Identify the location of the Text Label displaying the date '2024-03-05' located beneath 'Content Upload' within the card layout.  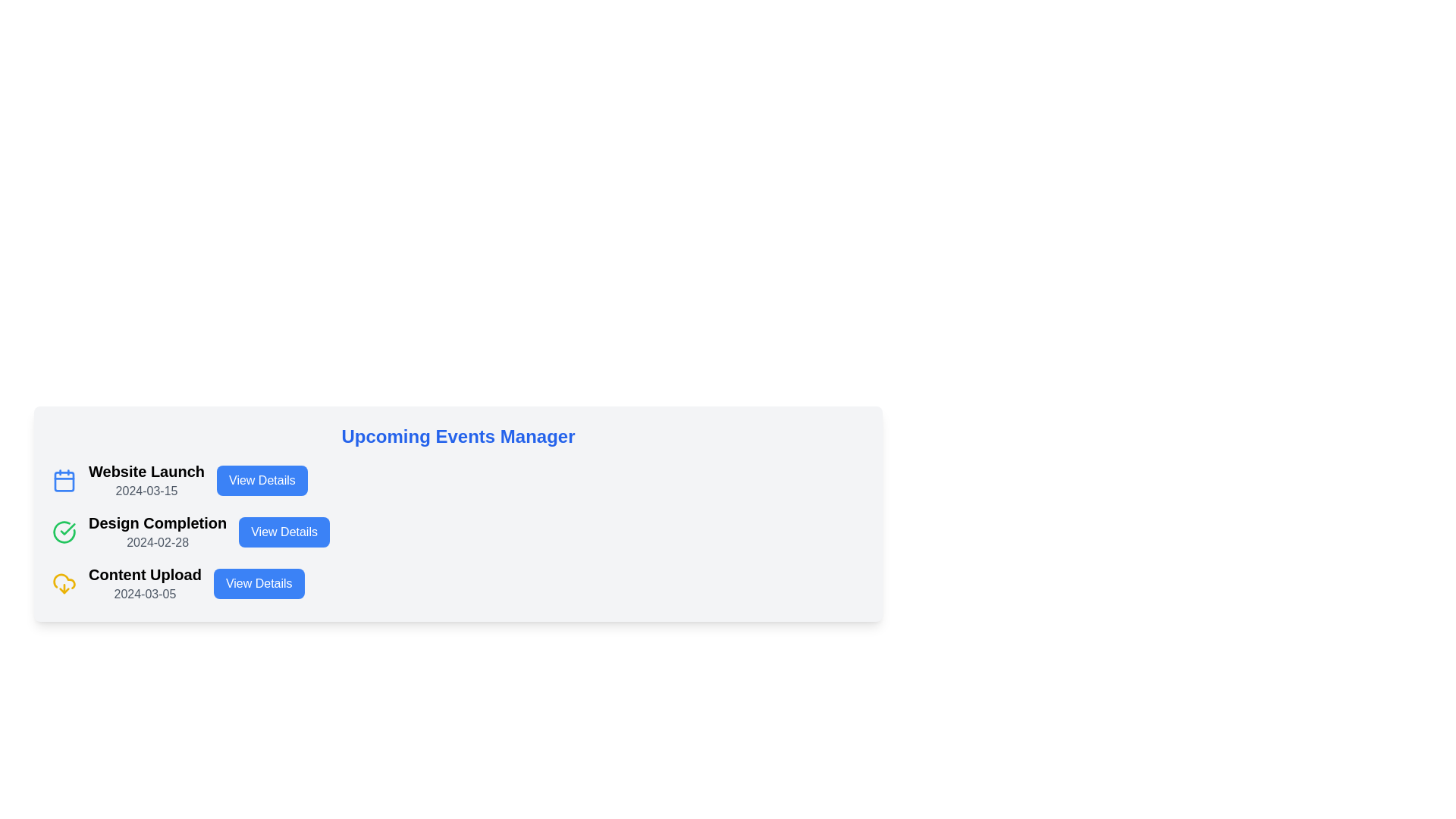
(145, 593).